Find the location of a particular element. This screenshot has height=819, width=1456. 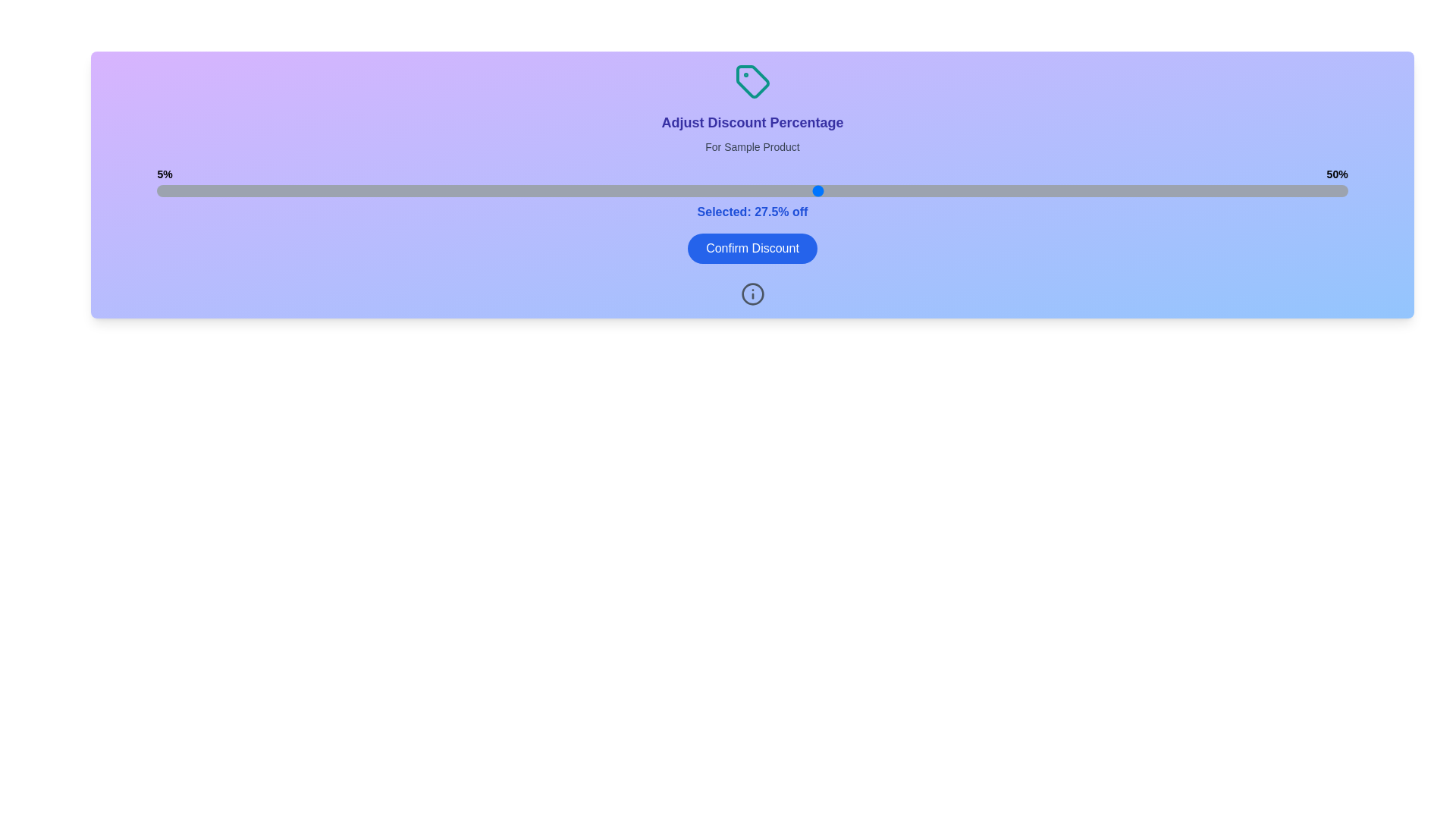

the discount percentage is located at coordinates (315, 190).